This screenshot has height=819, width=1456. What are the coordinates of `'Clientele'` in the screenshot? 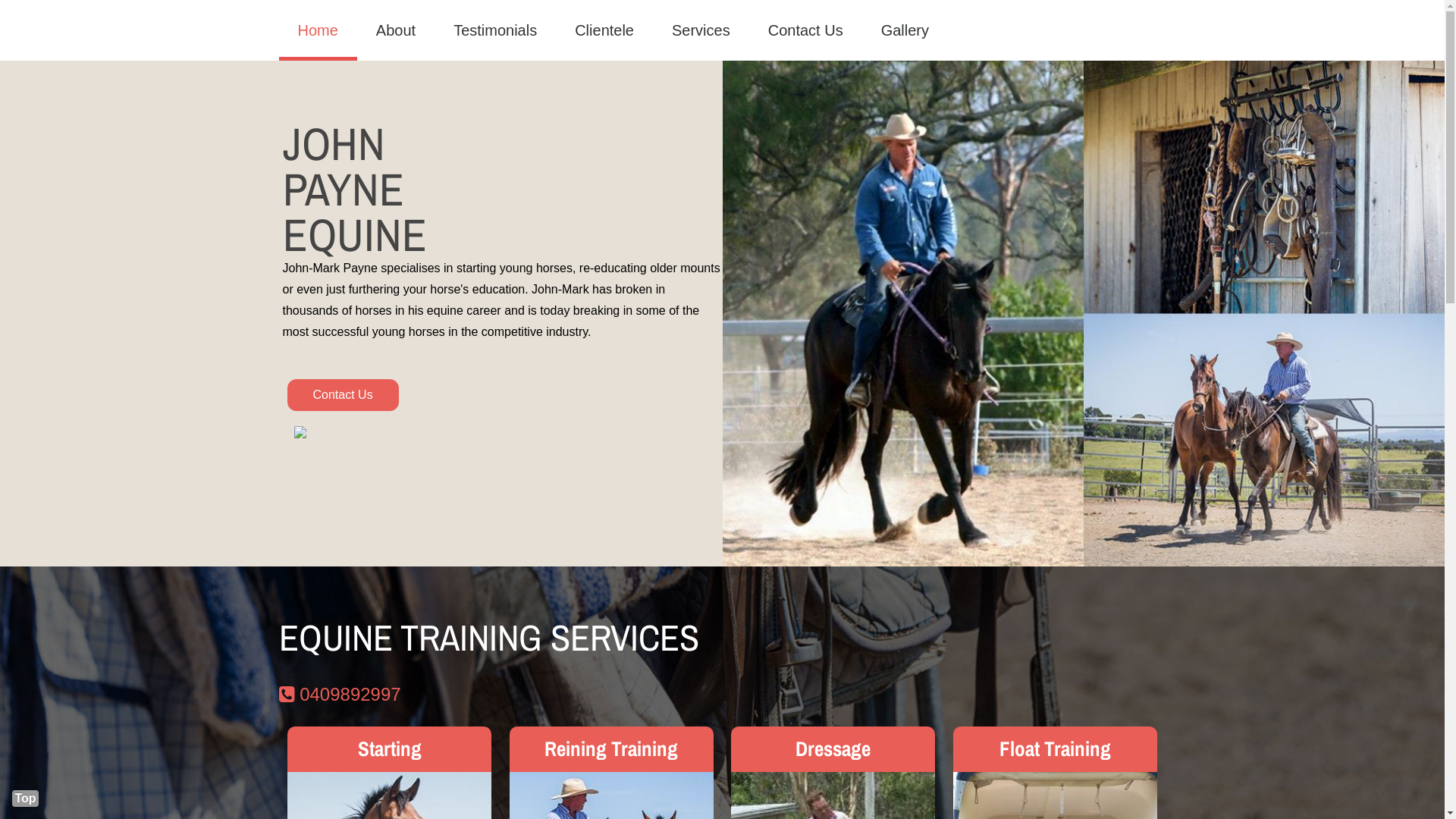 It's located at (603, 30).